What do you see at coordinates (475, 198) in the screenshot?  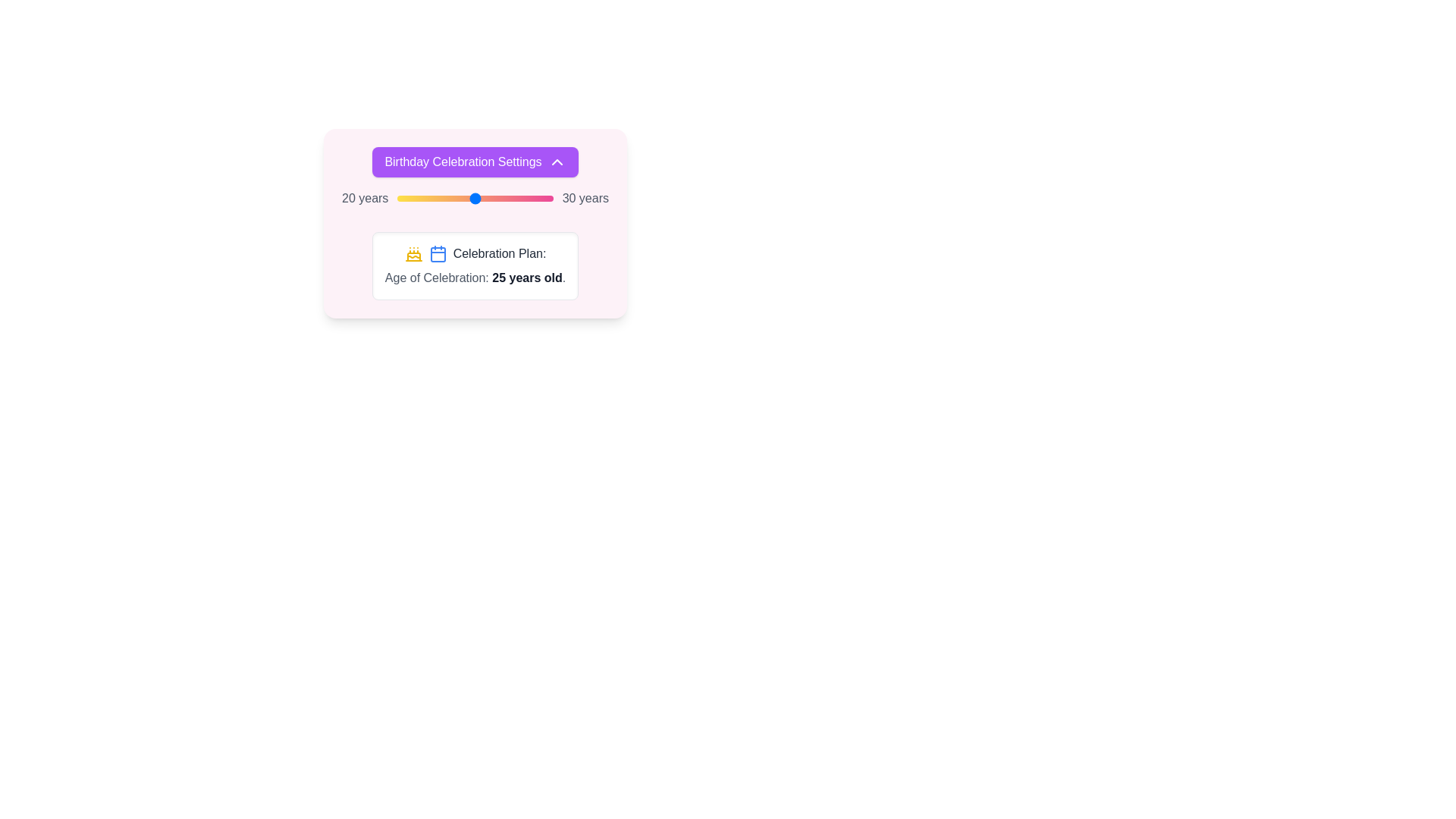 I see `the slider to set the celebration age to 25 years` at bounding box center [475, 198].